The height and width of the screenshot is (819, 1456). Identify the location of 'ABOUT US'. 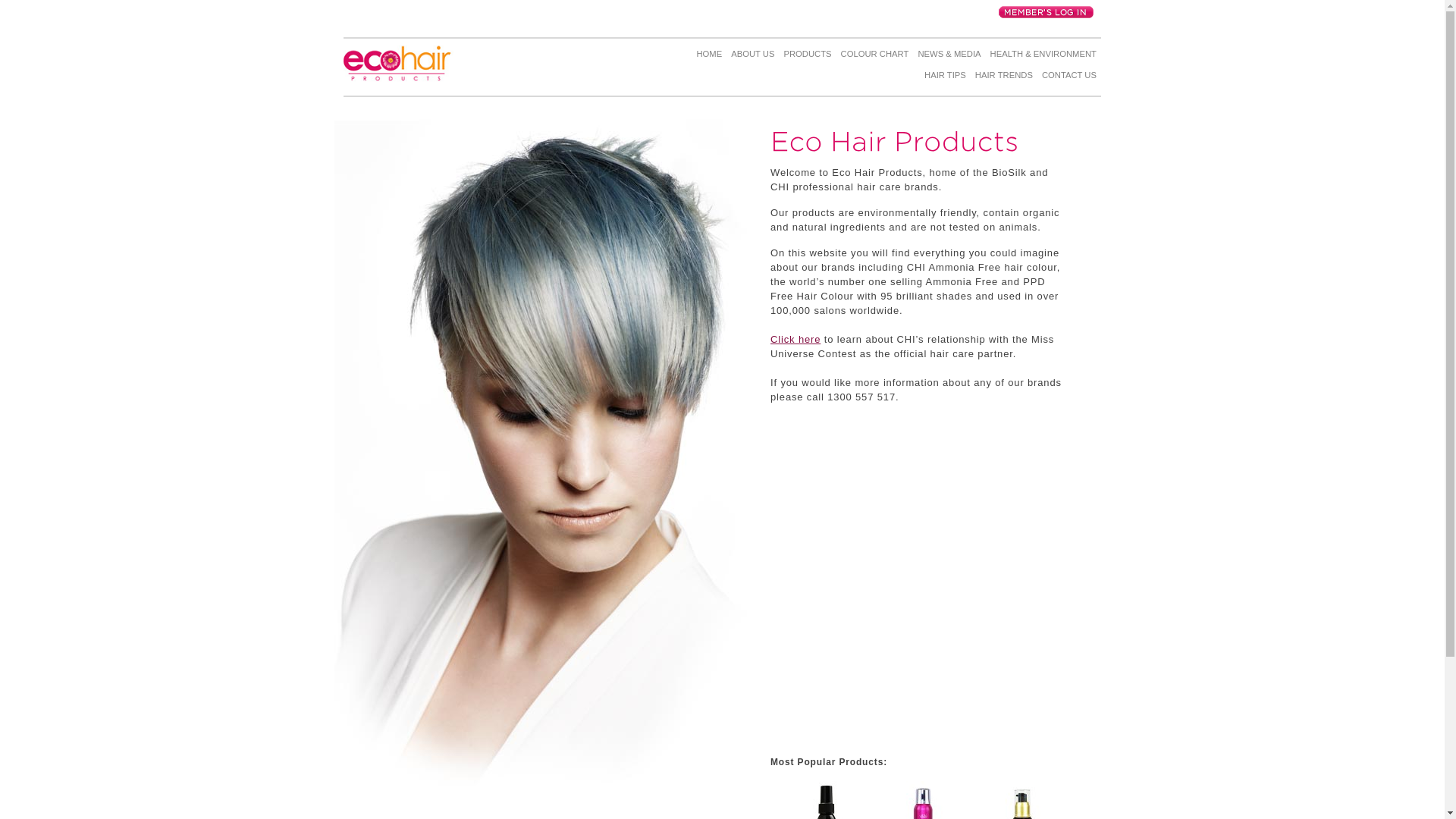
(726, 55).